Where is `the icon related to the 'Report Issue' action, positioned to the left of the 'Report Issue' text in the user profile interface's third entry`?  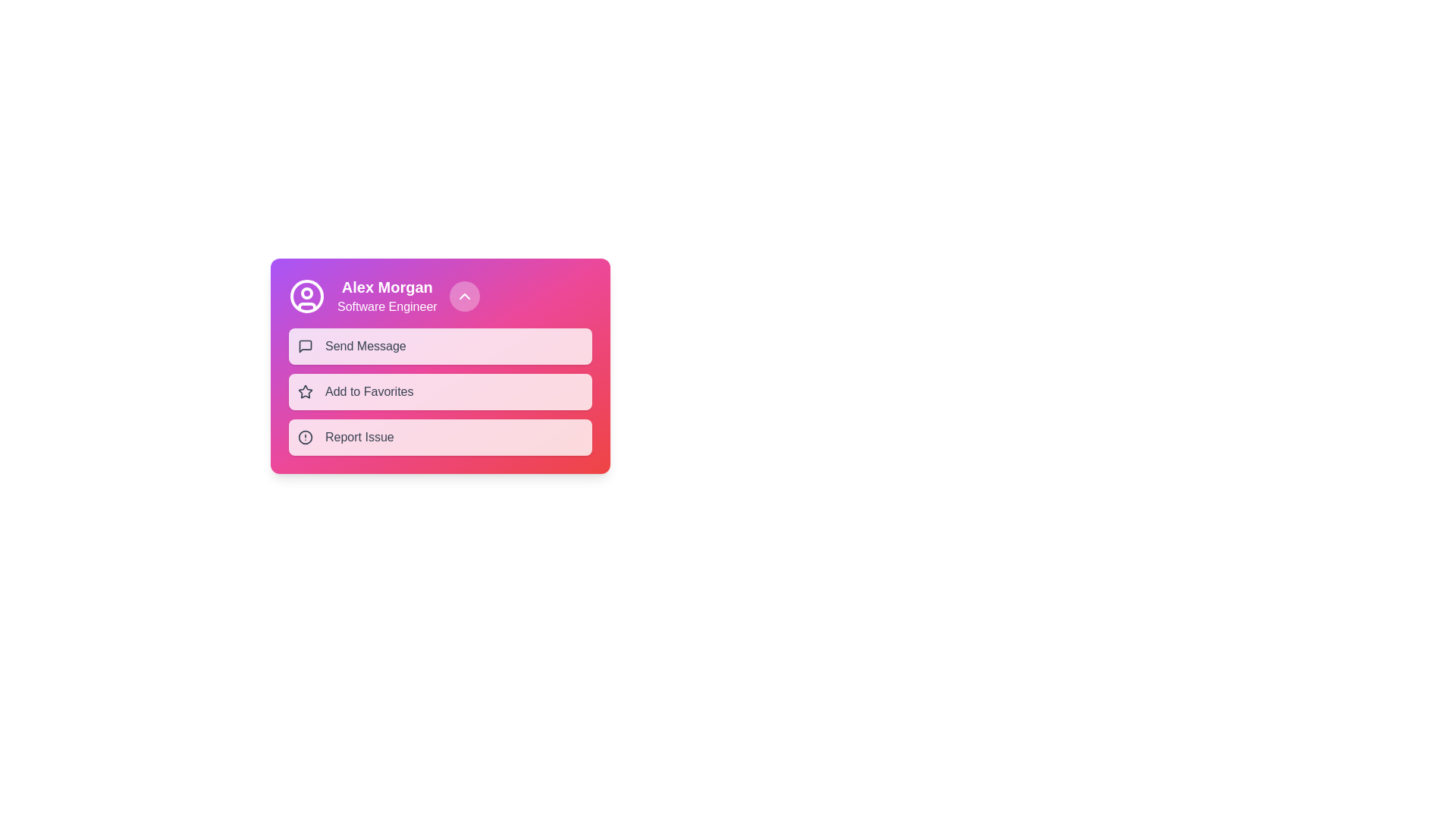 the icon related to the 'Report Issue' action, positioned to the left of the 'Report Issue' text in the user profile interface's third entry is located at coordinates (305, 438).